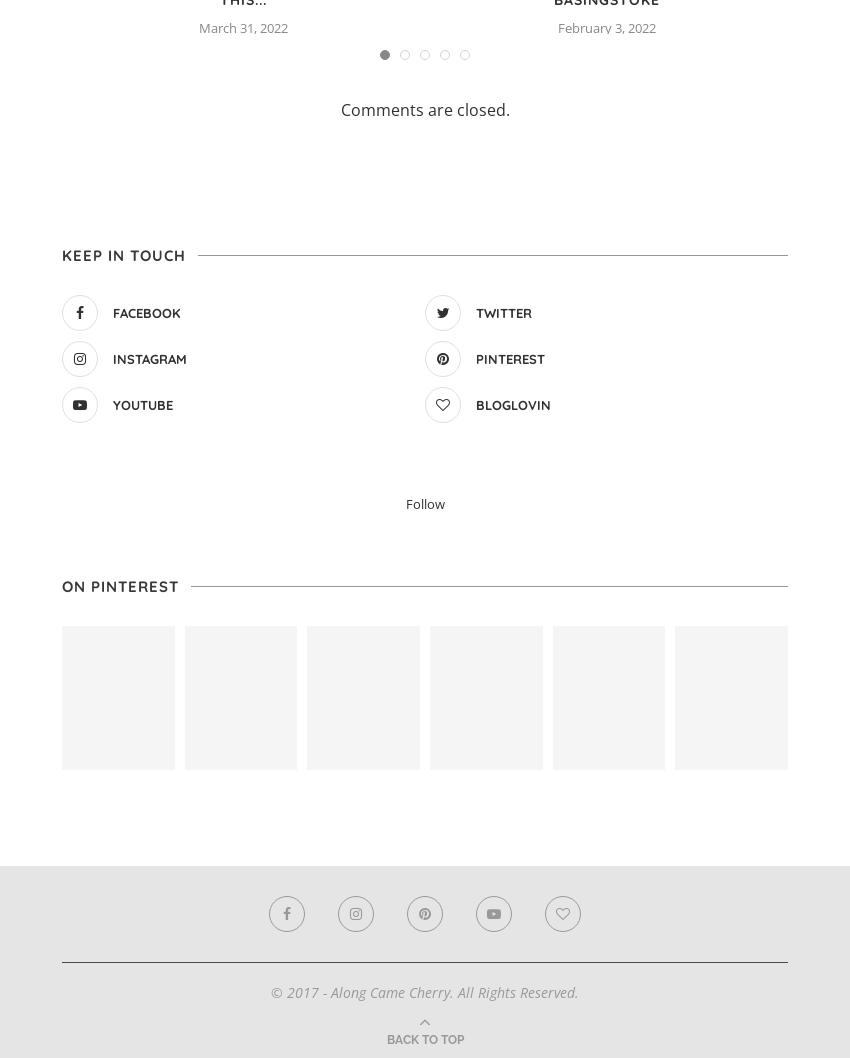  I want to click on 'February 3, 2022', so click(604, 26).